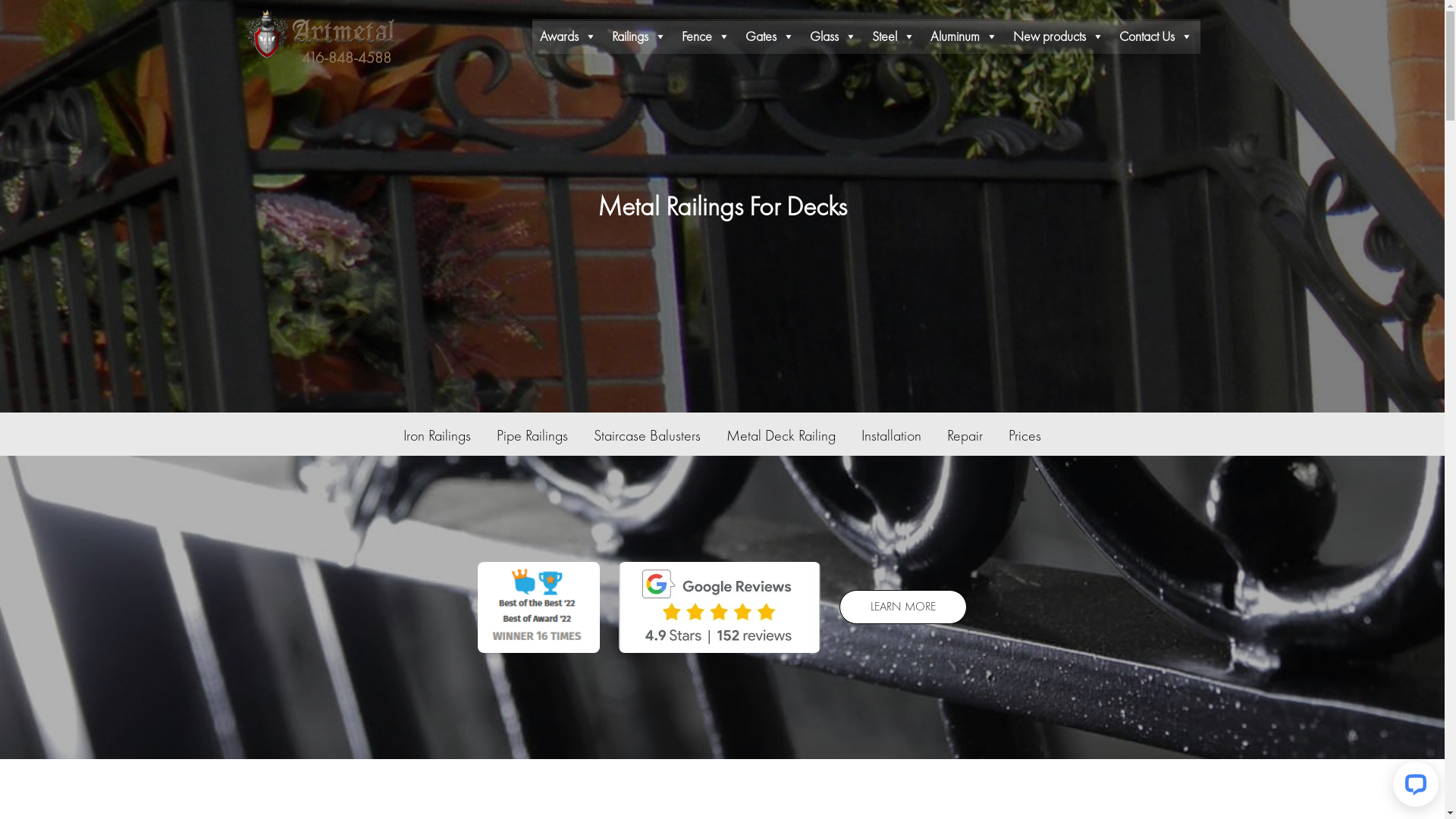 This screenshot has height=819, width=1456. Describe the element at coordinates (962, 35) in the screenshot. I see `'Aluminum'` at that location.